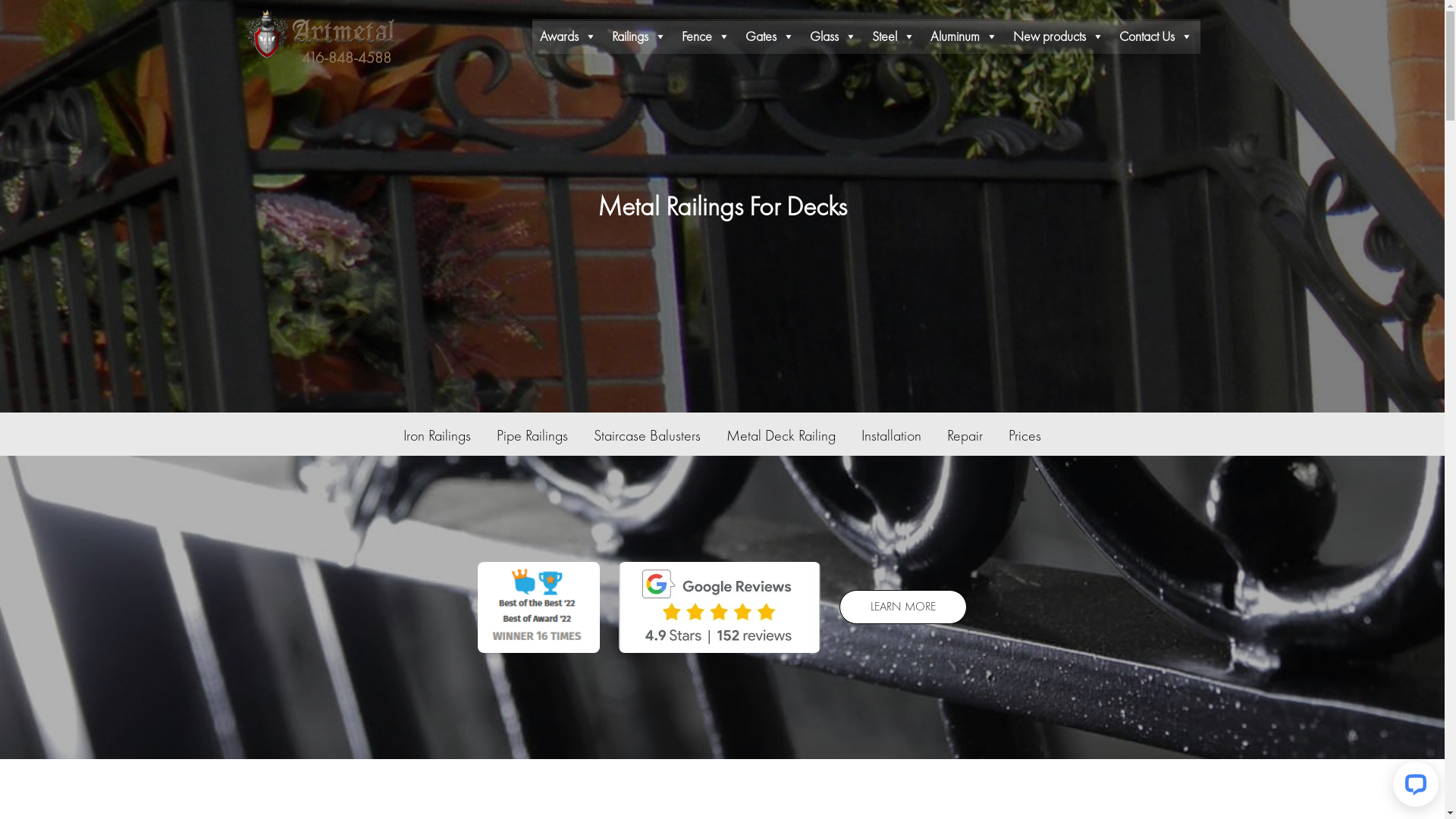 This screenshot has height=819, width=1456. Describe the element at coordinates (962, 35) in the screenshot. I see `'Aluminum'` at that location.